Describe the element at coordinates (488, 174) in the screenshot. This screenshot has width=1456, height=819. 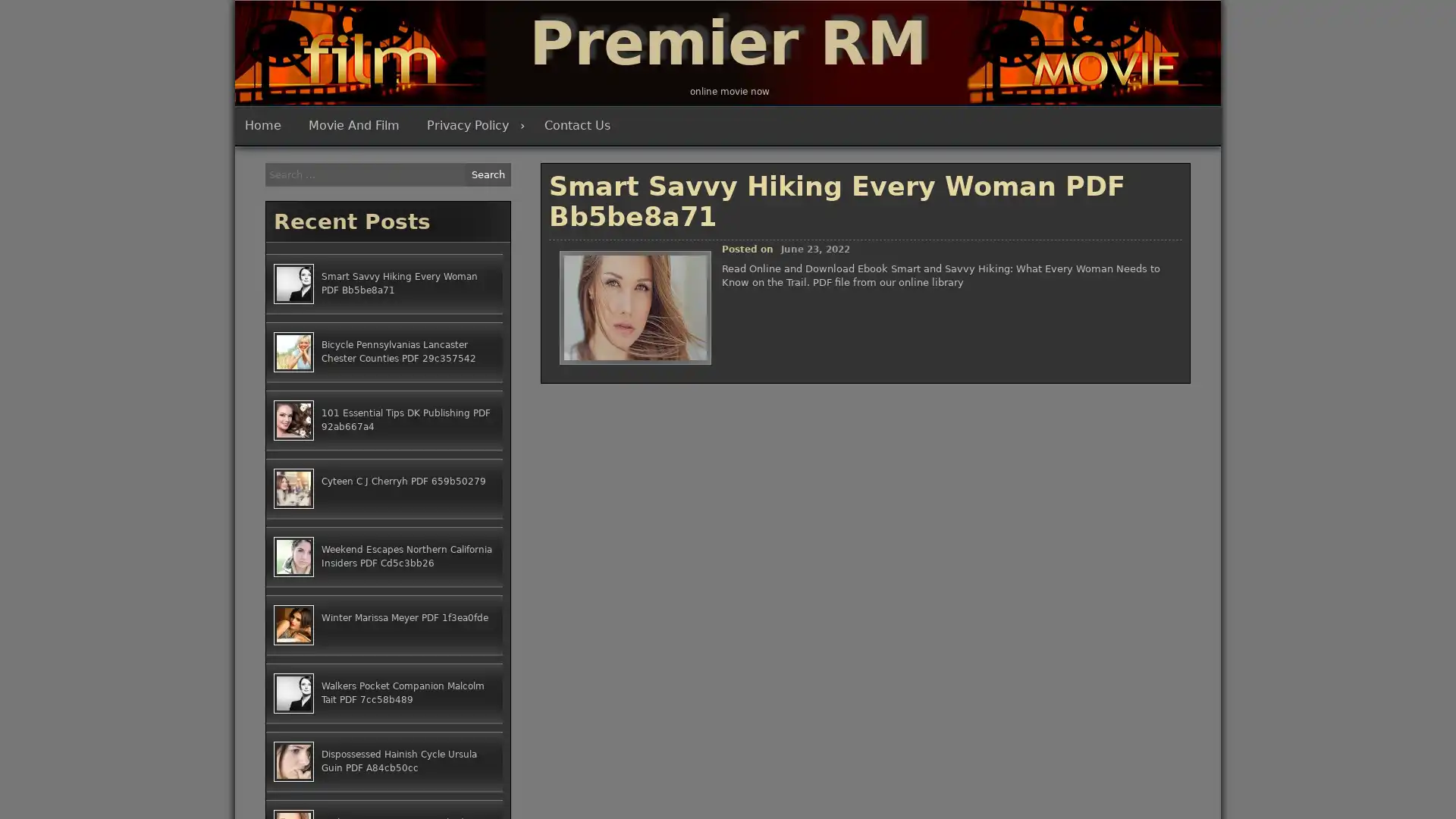
I see `Search` at that location.